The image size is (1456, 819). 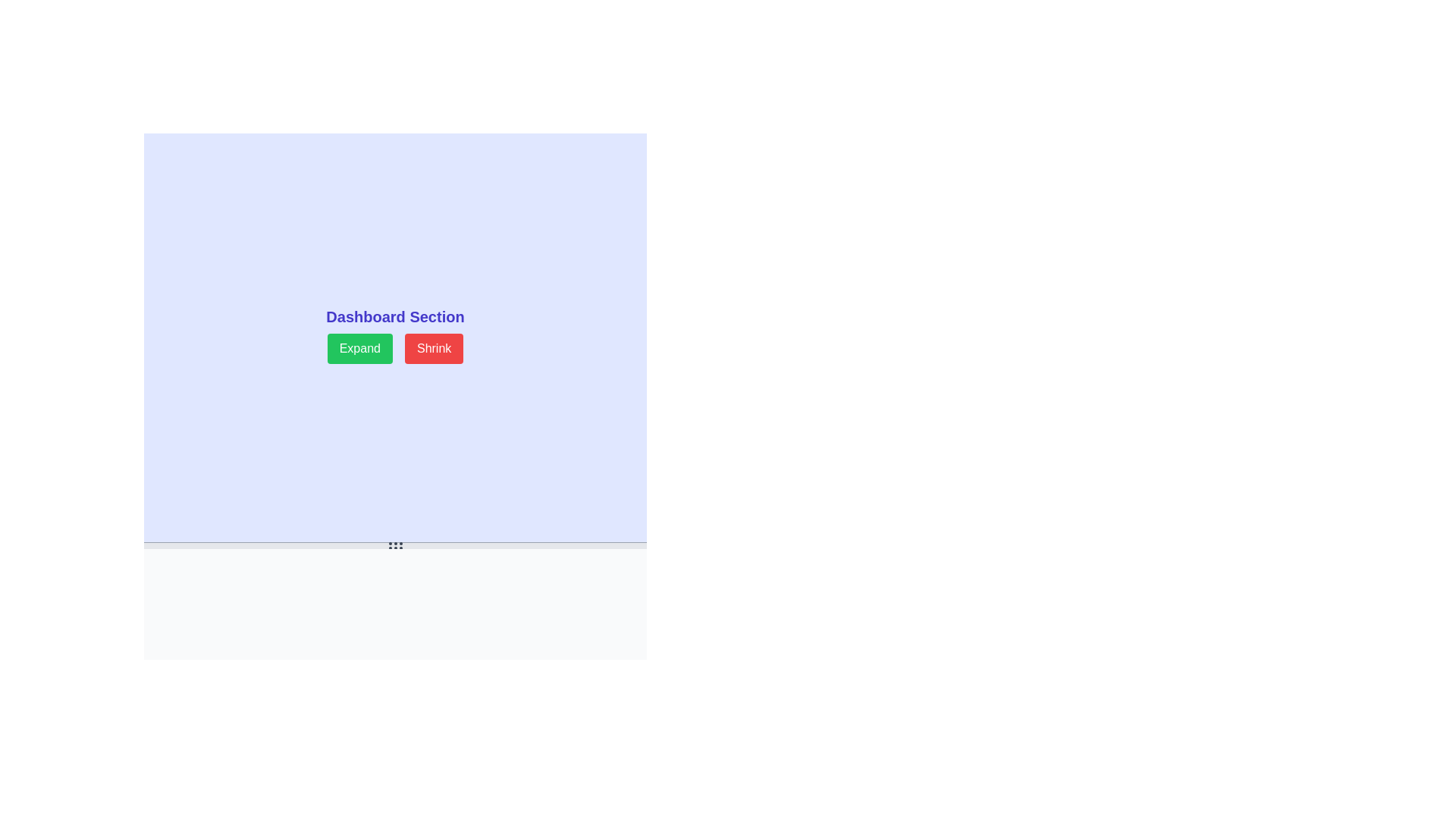 What do you see at coordinates (359, 348) in the screenshot?
I see `the expansion button located under the 'Dashboard Section' heading` at bounding box center [359, 348].